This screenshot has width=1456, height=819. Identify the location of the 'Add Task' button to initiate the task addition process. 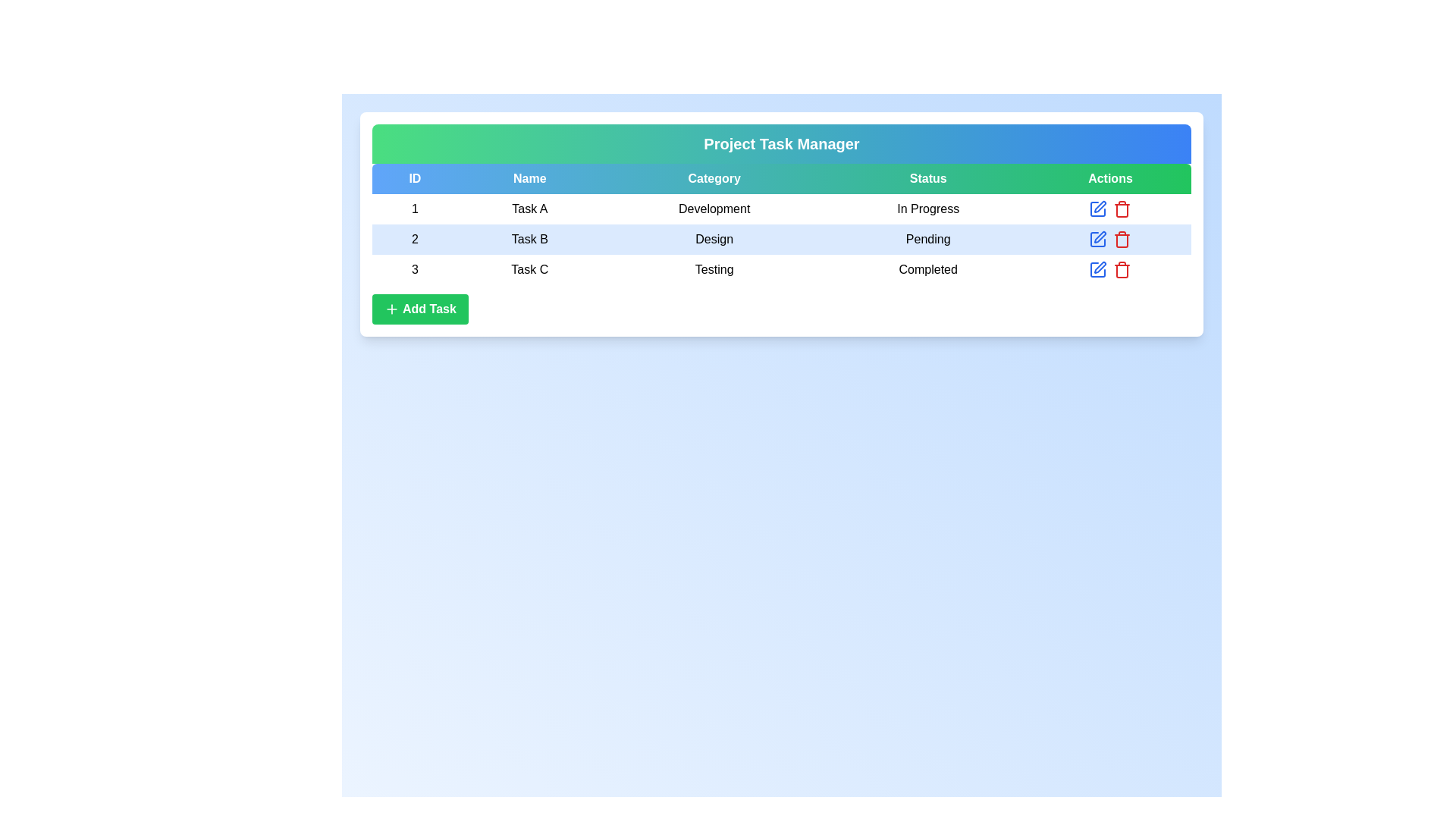
(419, 309).